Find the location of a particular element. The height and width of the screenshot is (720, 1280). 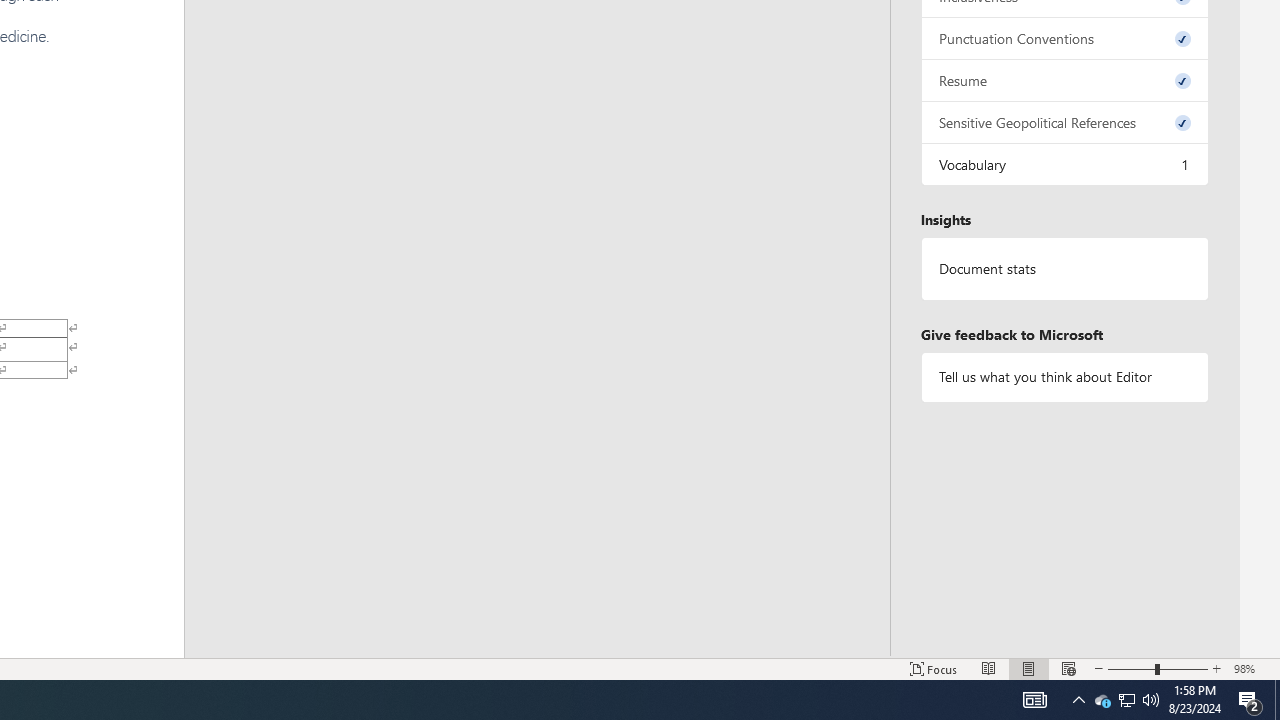

'Document statistics' is located at coordinates (1063, 268).